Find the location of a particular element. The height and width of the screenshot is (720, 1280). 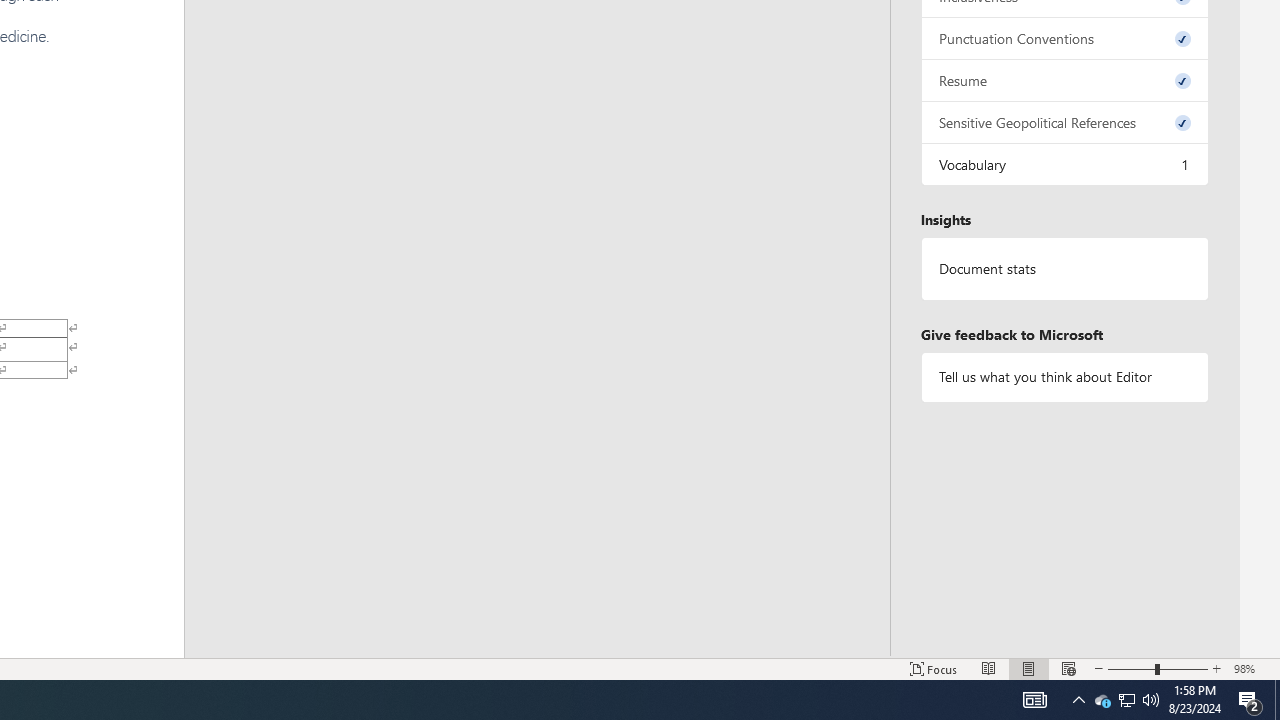

'Document statistics' is located at coordinates (1063, 268).